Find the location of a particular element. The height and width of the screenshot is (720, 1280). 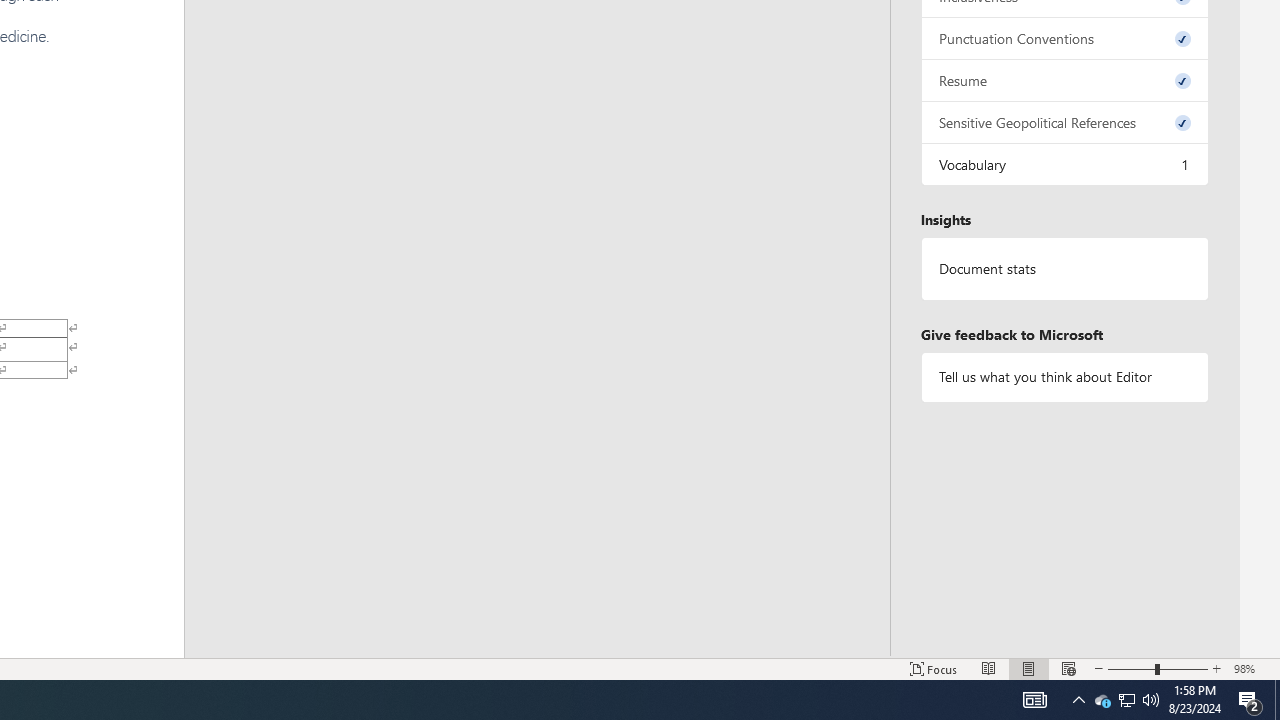

'Document statistics' is located at coordinates (1063, 268).